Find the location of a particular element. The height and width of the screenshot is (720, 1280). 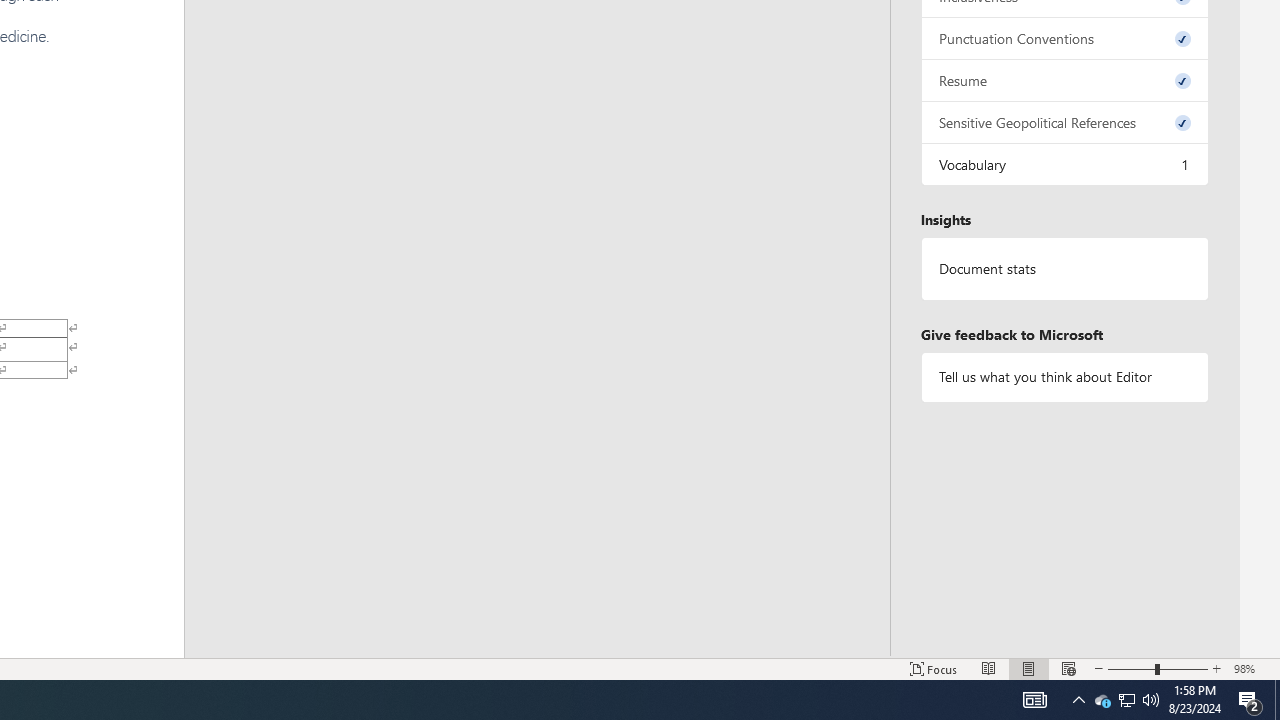

'Document statistics' is located at coordinates (1063, 268).